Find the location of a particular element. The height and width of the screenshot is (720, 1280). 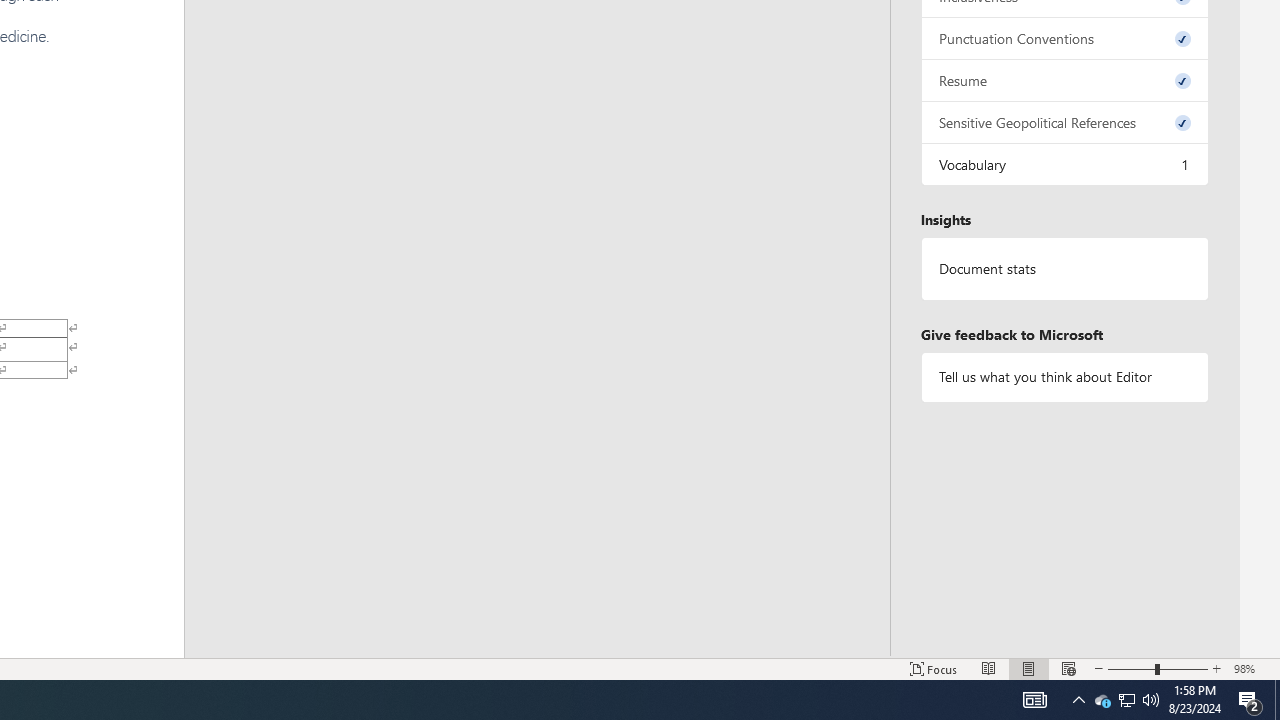

'Document statistics' is located at coordinates (1063, 268).